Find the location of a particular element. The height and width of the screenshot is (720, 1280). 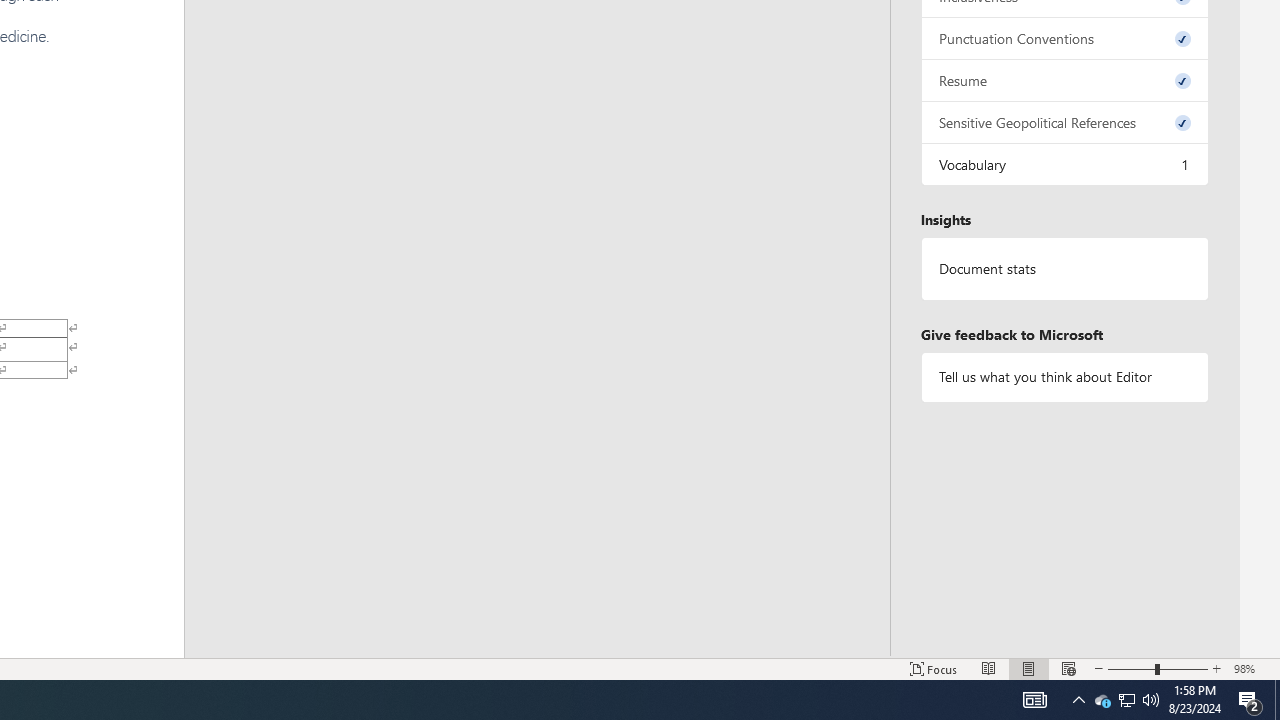

'Document statistics' is located at coordinates (1063, 268).